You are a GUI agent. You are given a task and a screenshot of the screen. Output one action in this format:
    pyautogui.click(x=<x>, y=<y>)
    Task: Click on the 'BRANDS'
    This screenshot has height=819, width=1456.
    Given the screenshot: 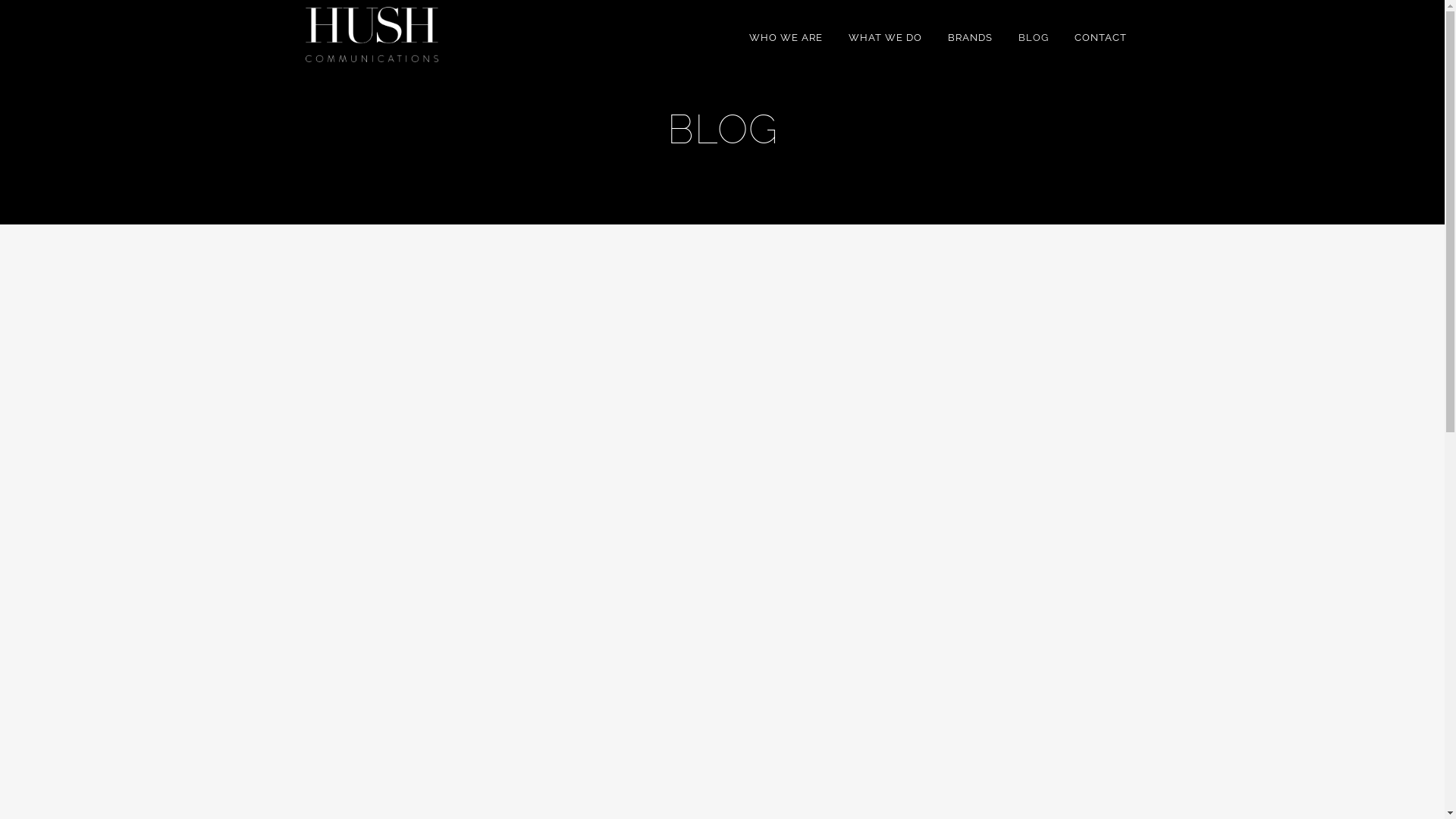 What is the action you would take?
    pyautogui.click(x=968, y=37)
    